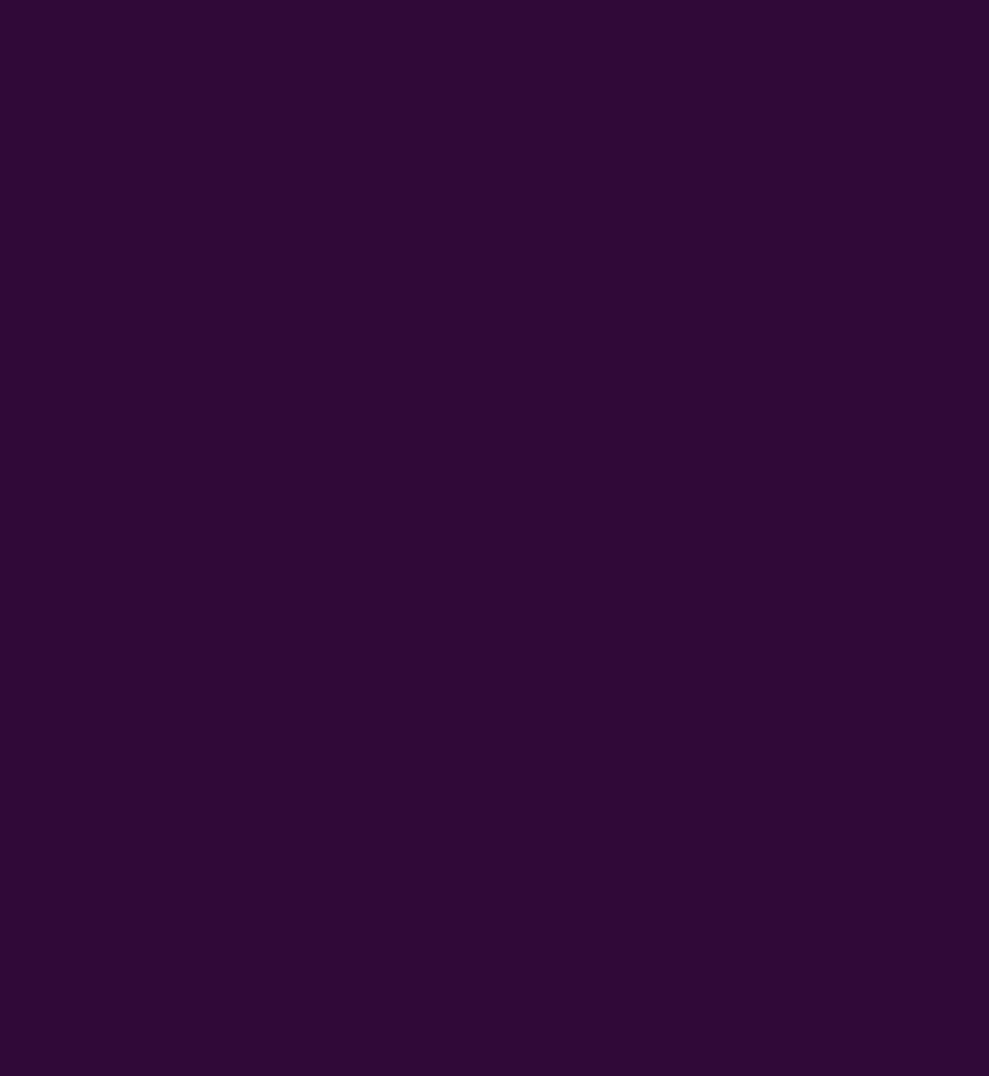  Describe the element at coordinates (174, 462) in the screenshot. I see `'of fun!!!                        This offer is exclusively intended for adult players who are at least 18 years old.'` at that location.